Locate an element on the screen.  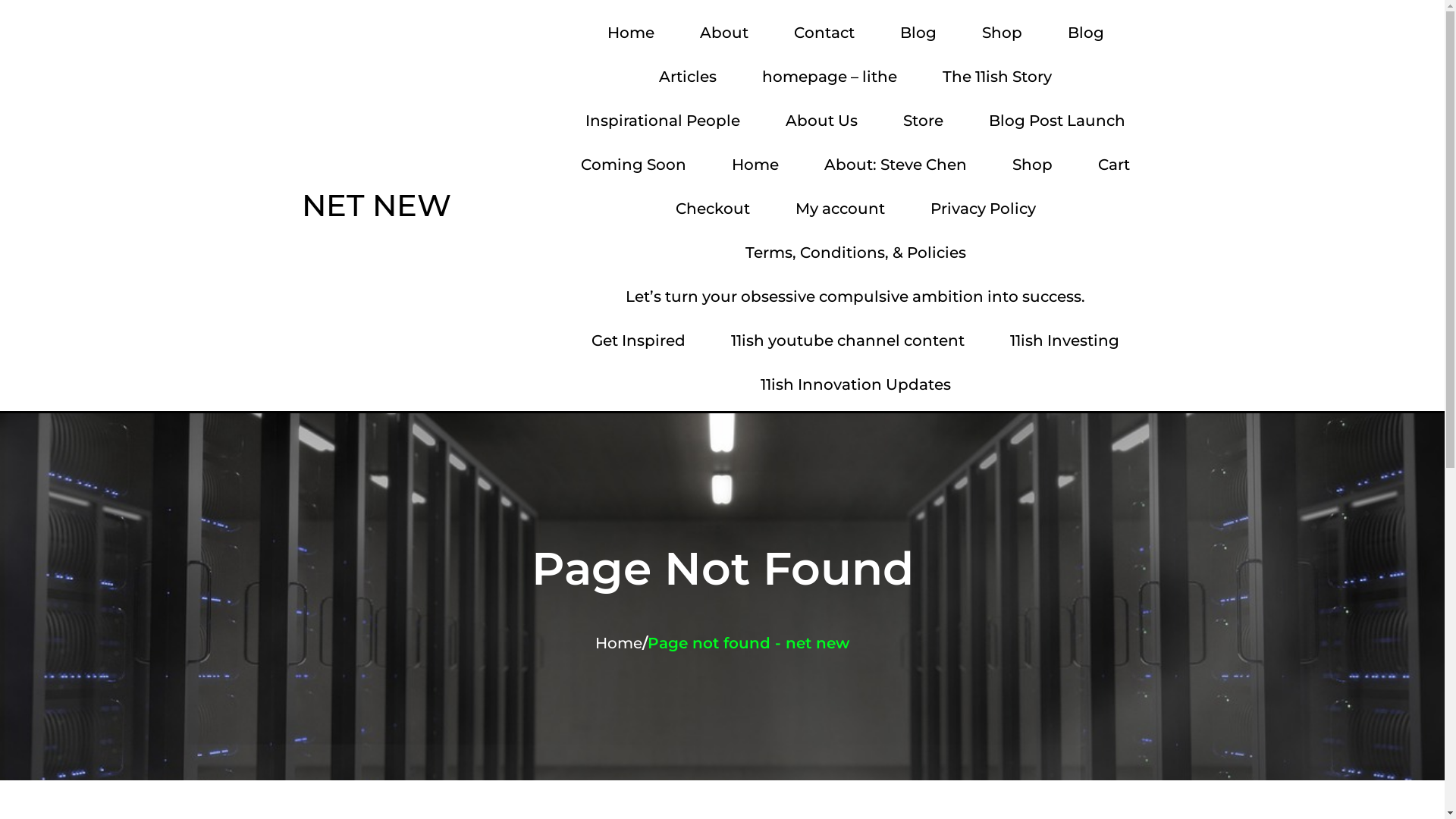
'About Us' is located at coordinates (821, 119).